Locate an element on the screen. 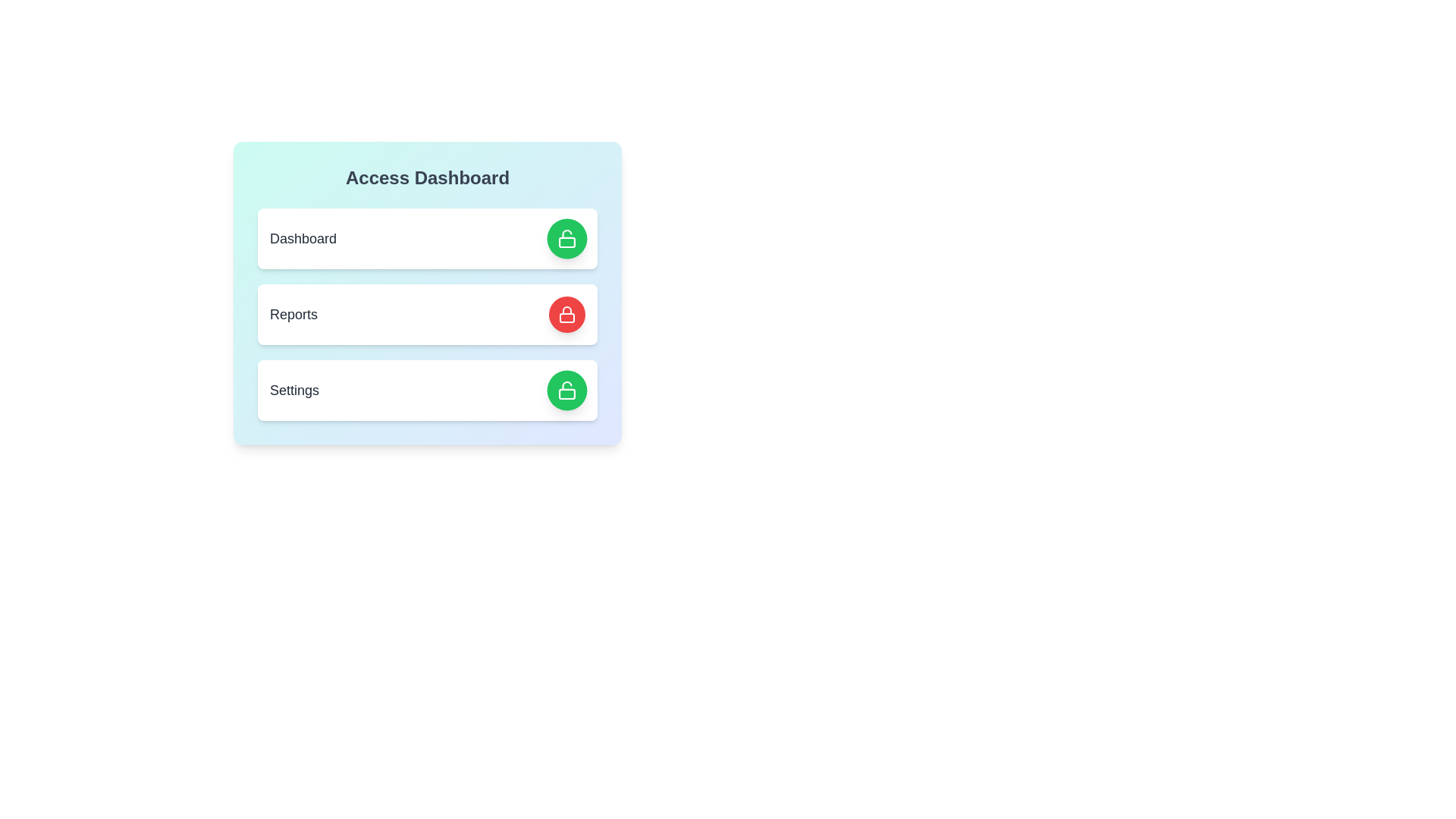  toggle button for the Settings section is located at coordinates (566, 390).